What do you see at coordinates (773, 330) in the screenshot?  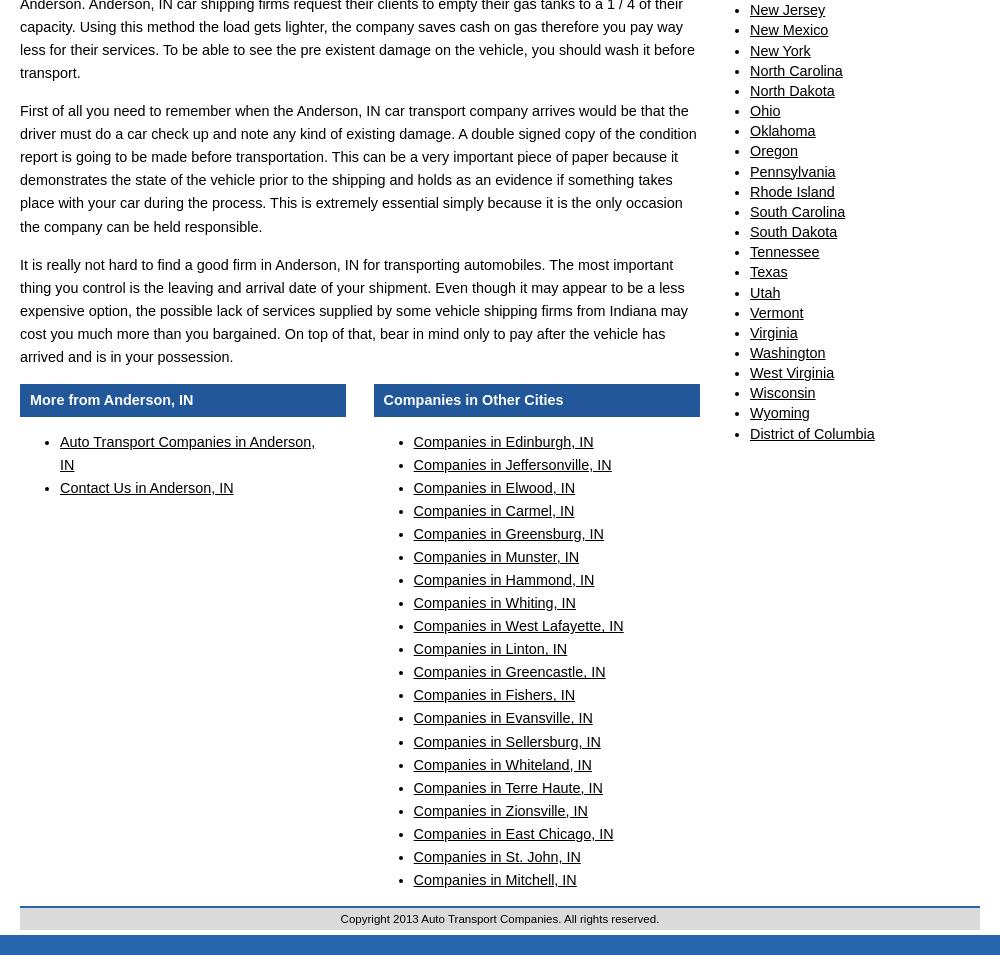 I see `'Virginia'` at bounding box center [773, 330].